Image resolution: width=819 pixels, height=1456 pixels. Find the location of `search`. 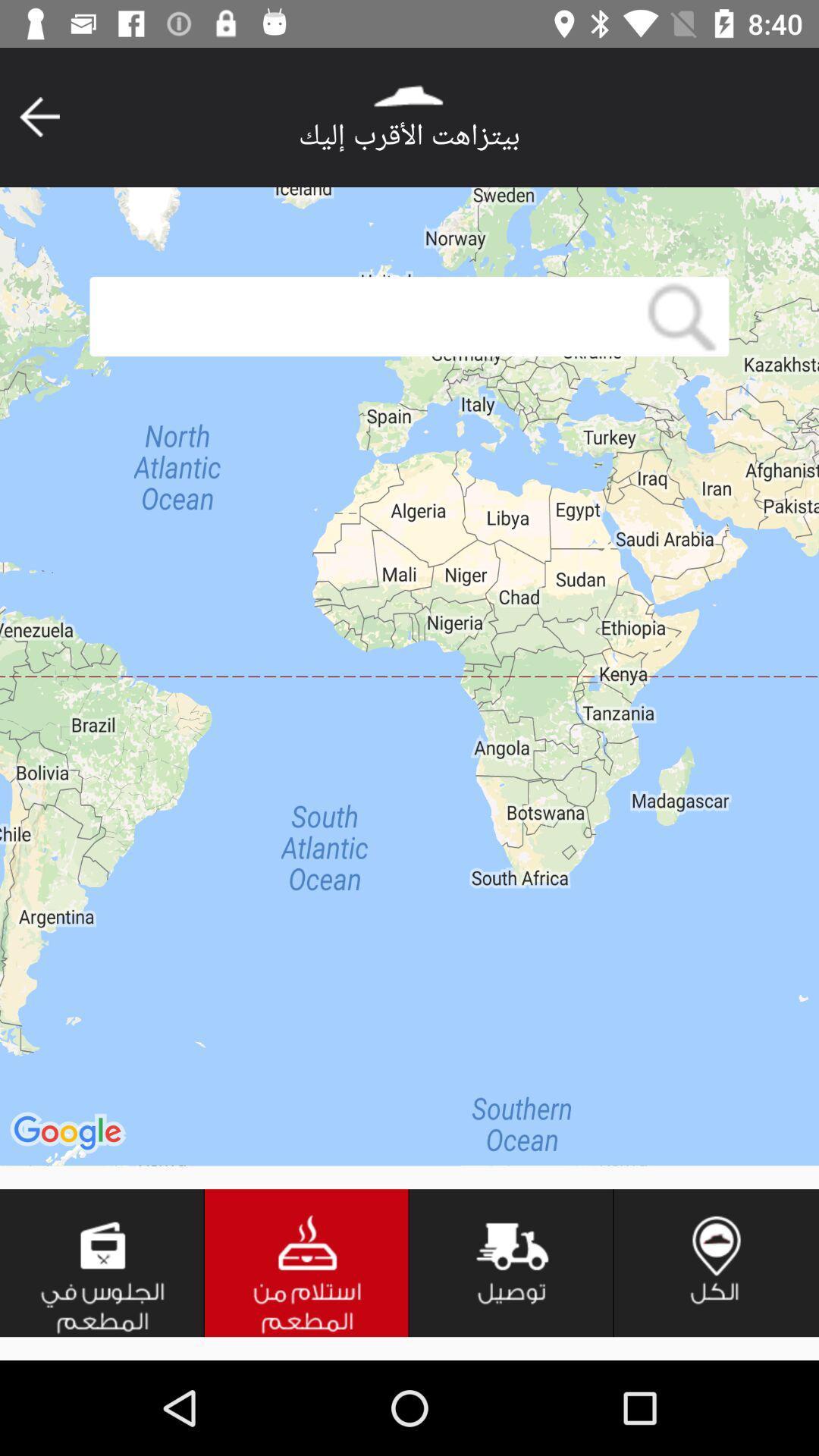

search is located at coordinates (362, 315).